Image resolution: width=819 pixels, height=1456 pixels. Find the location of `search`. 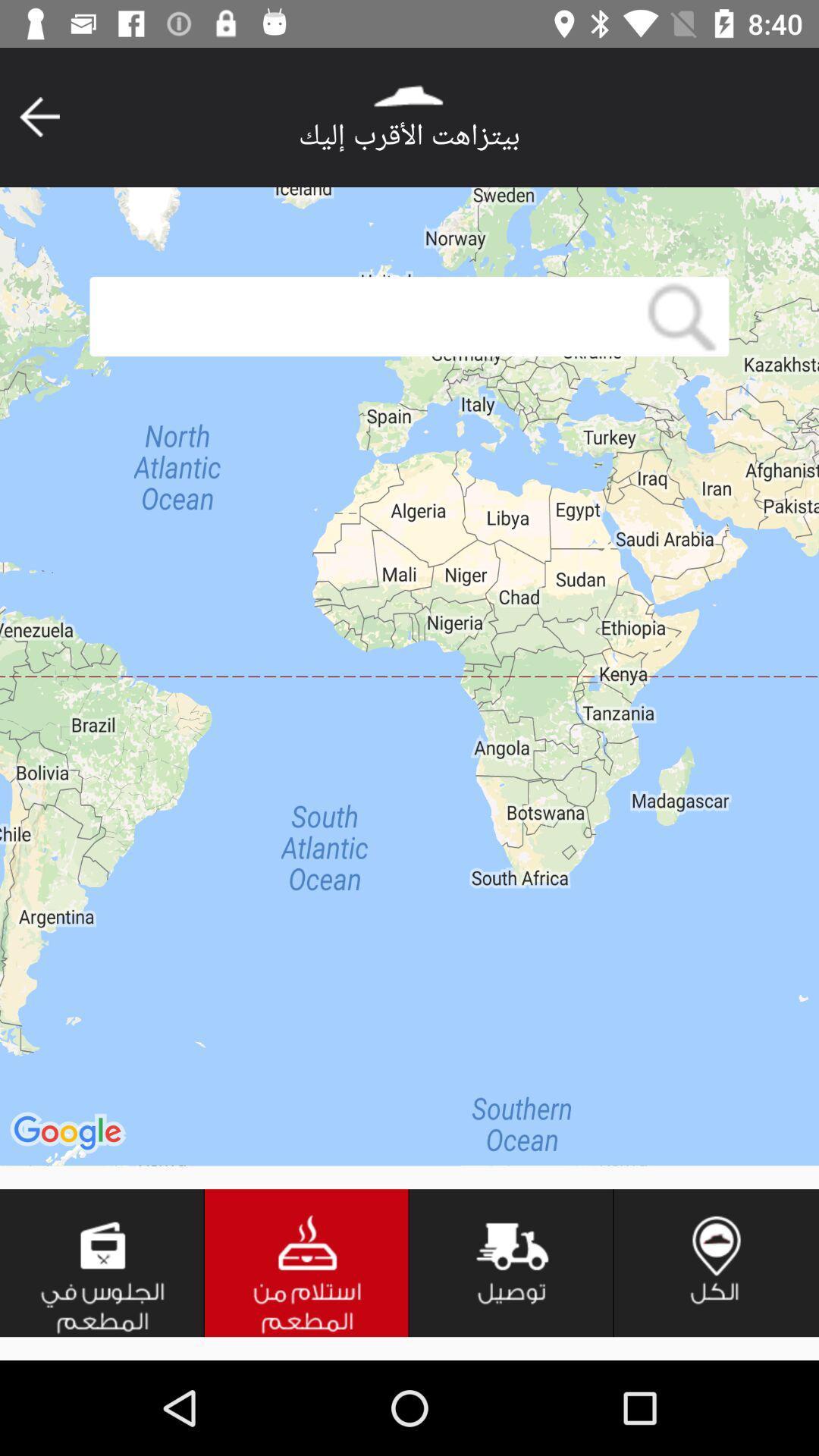

search is located at coordinates (362, 315).